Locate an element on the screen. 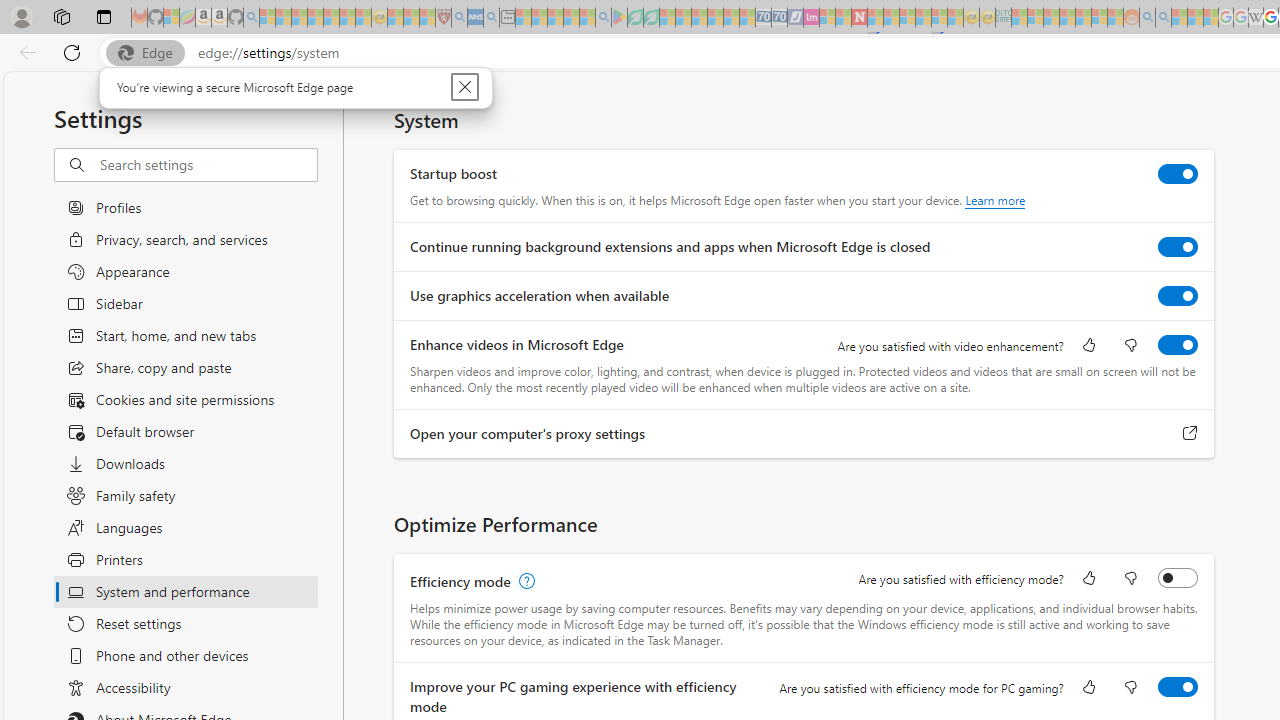 Image resolution: width=1280 pixels, height=720 pixels. 'Open your computer' is located at coordinates (1190, 433).